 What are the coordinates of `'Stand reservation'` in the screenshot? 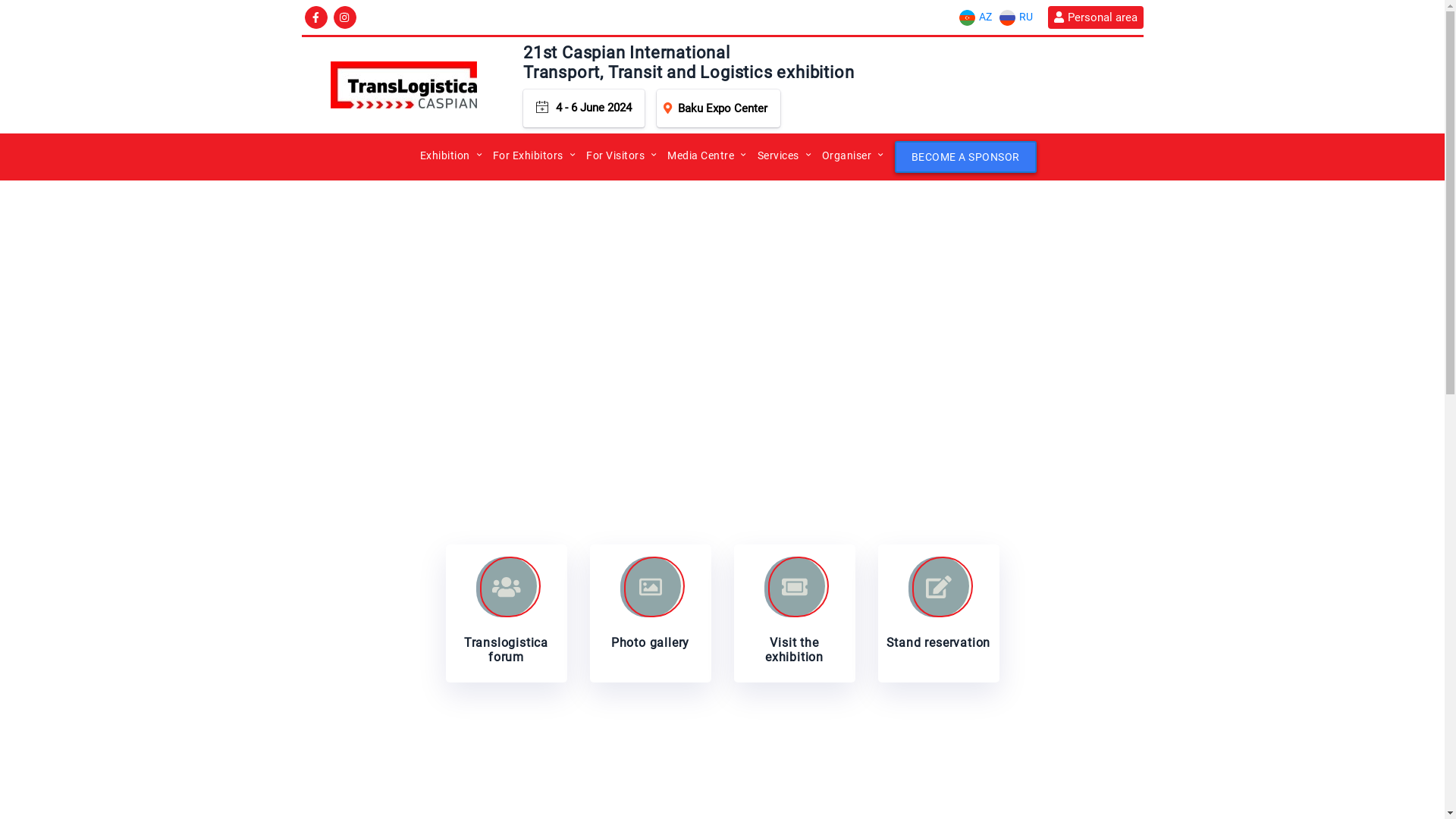 It's located at (938, 613).